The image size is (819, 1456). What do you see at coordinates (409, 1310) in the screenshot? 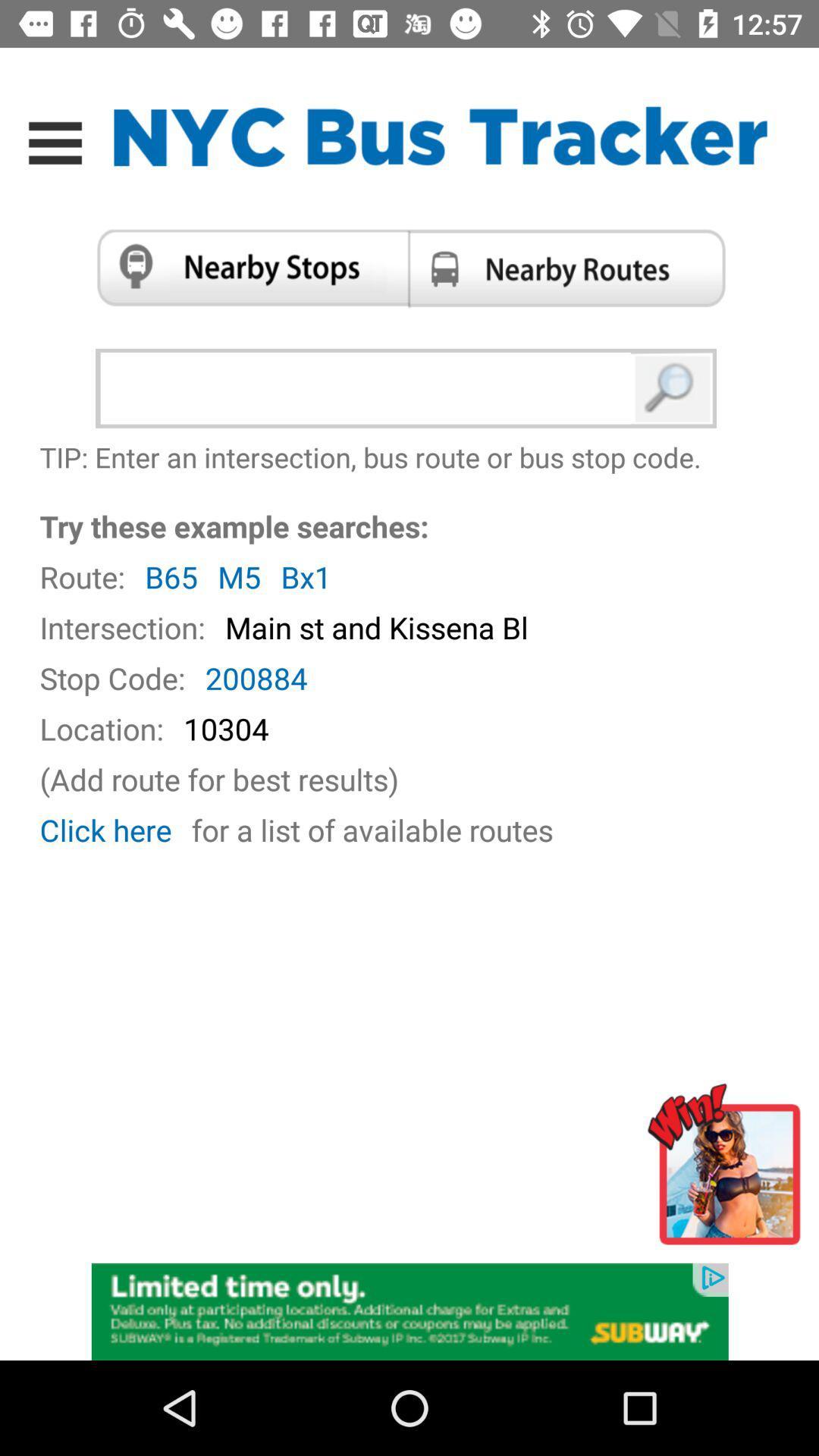
I see `advertisement` at bounding box center [409, 1310].